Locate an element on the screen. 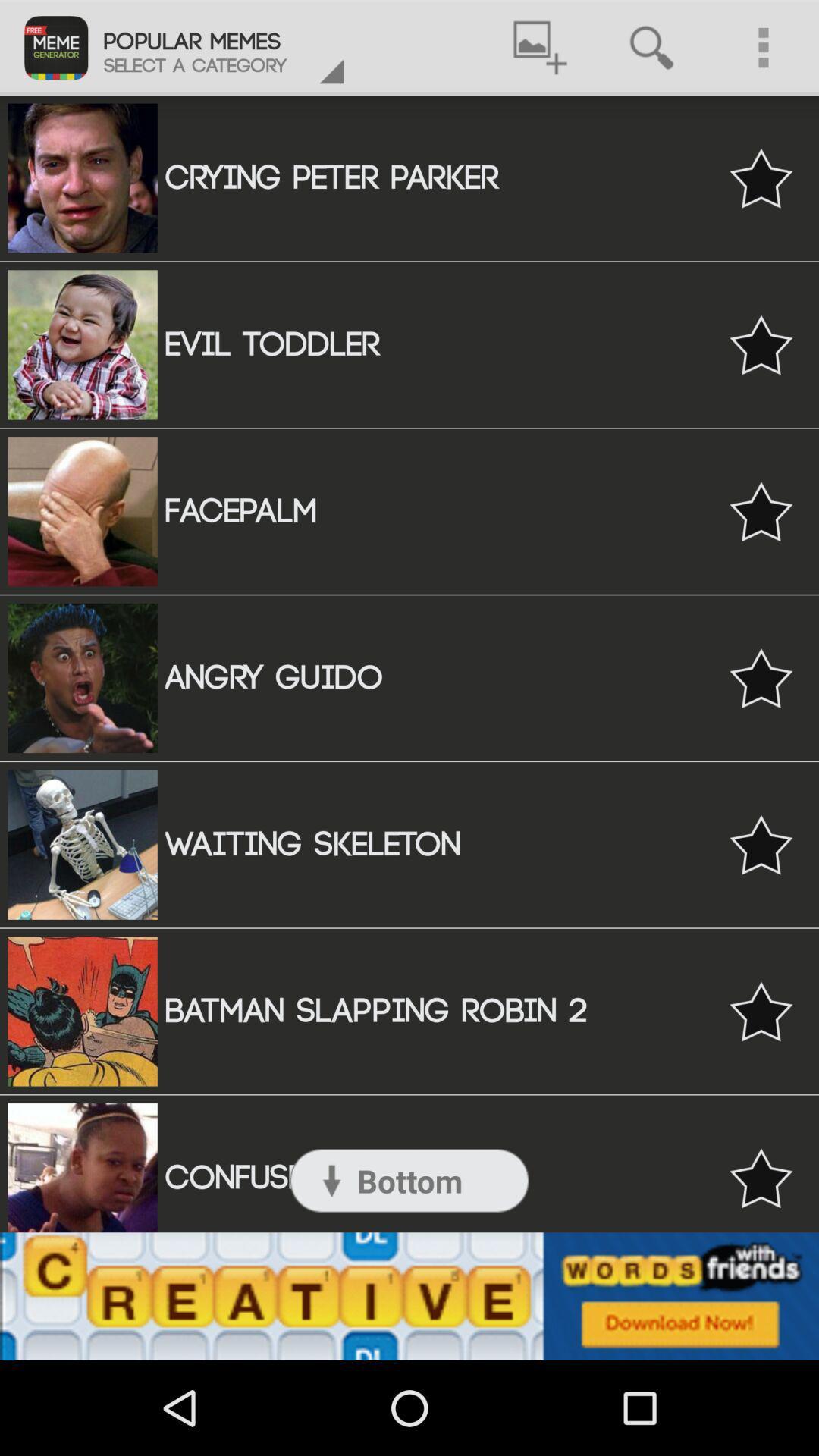  meme format is located at coordinates (761, 344).